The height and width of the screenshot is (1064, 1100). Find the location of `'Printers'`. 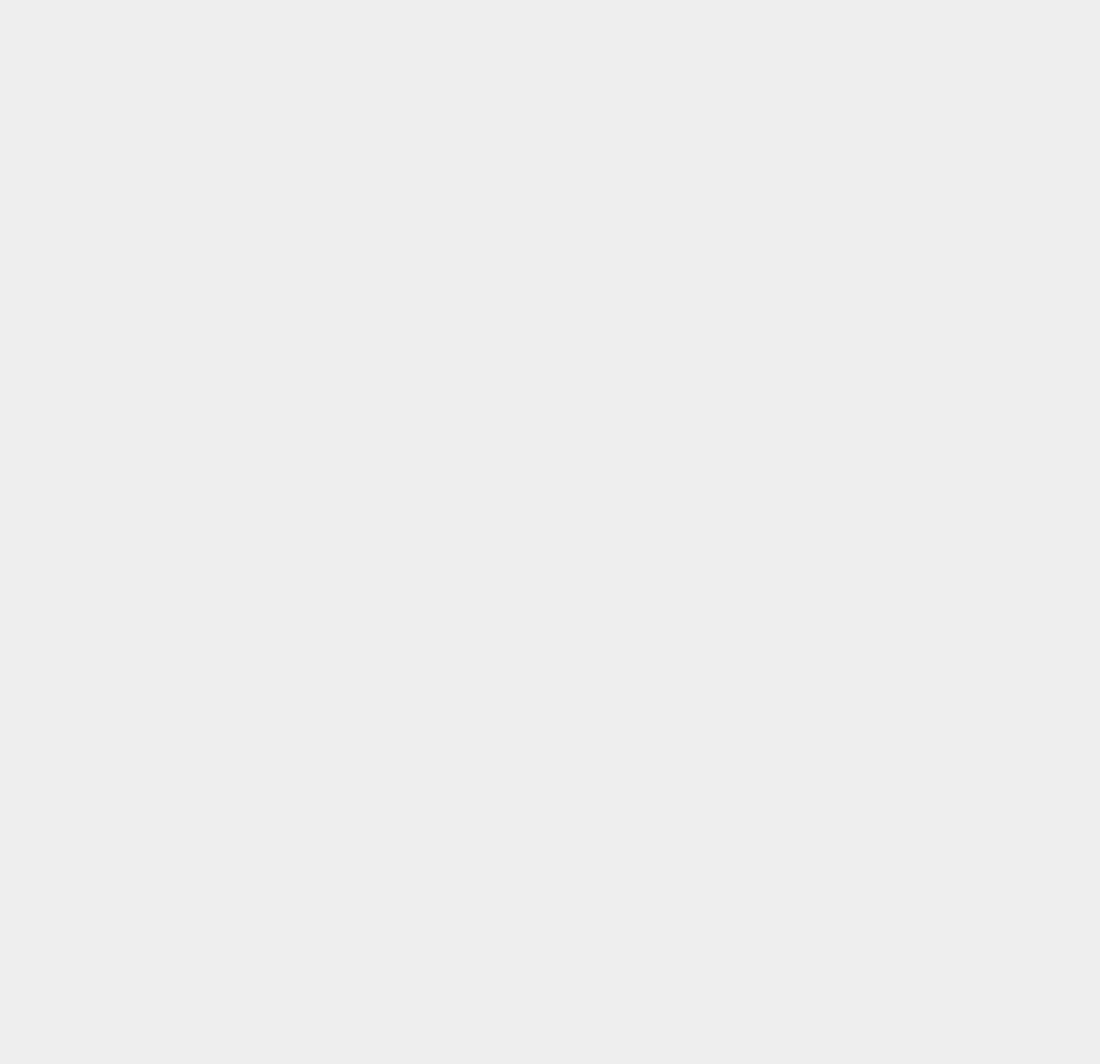

'Printers' is located at coordinates (778, 576).